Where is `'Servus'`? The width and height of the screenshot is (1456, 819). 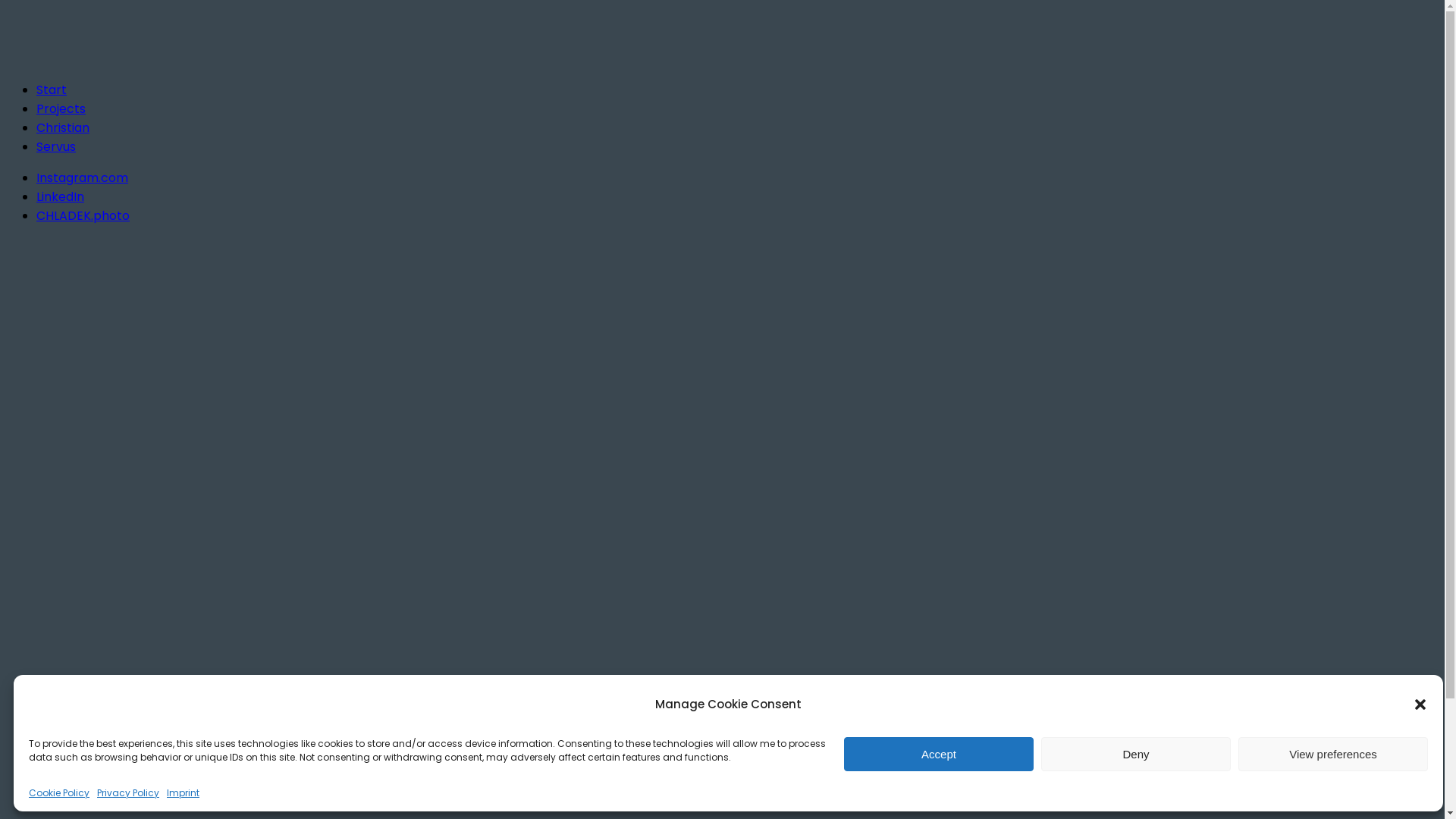
'Servus' is located at coordinates (55, 146).